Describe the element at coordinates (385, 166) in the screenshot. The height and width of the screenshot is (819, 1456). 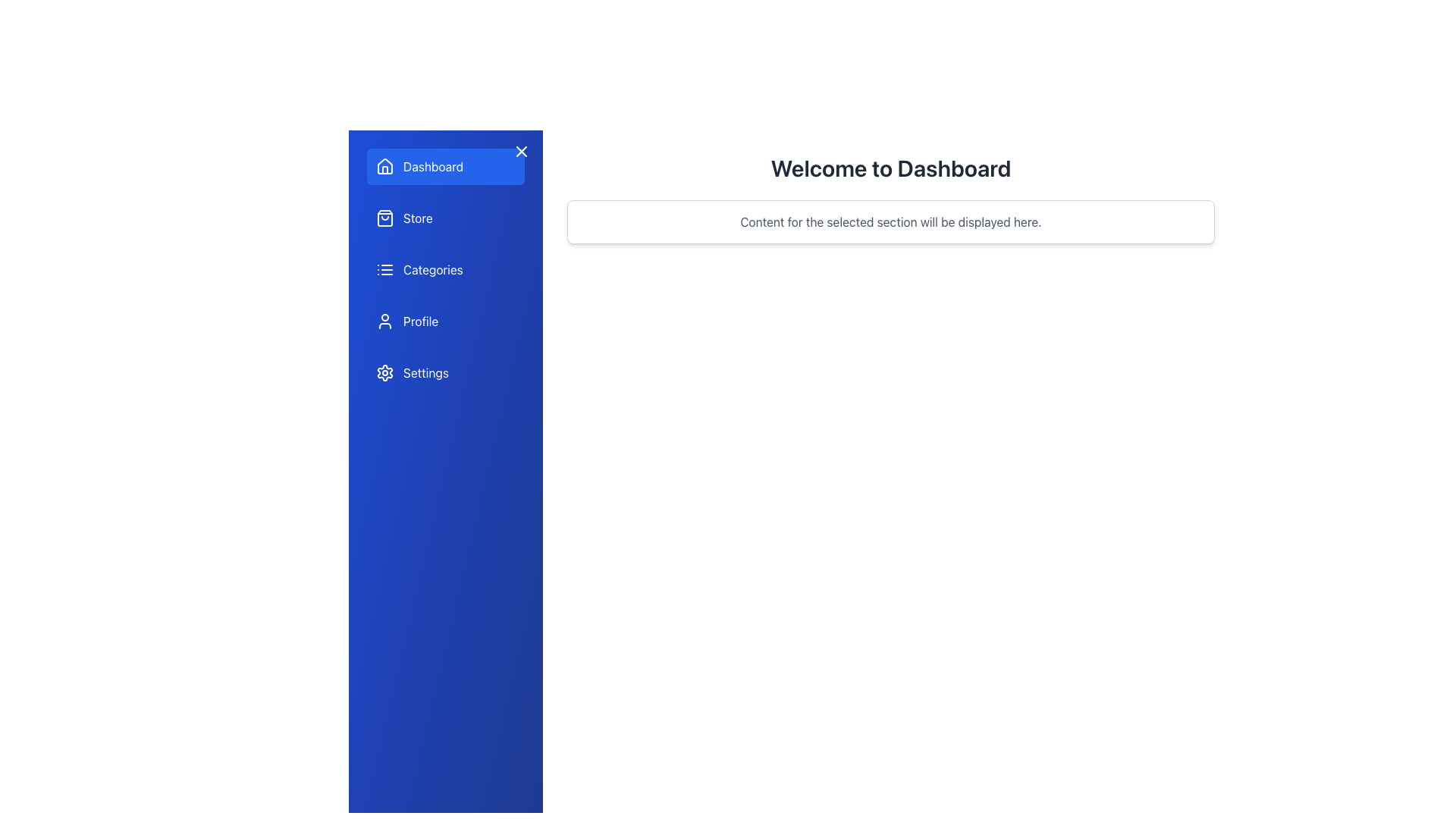
I see `the 'home' icon located in the left sidebar navigation menu next to the 'Dashboard' option` at that location.